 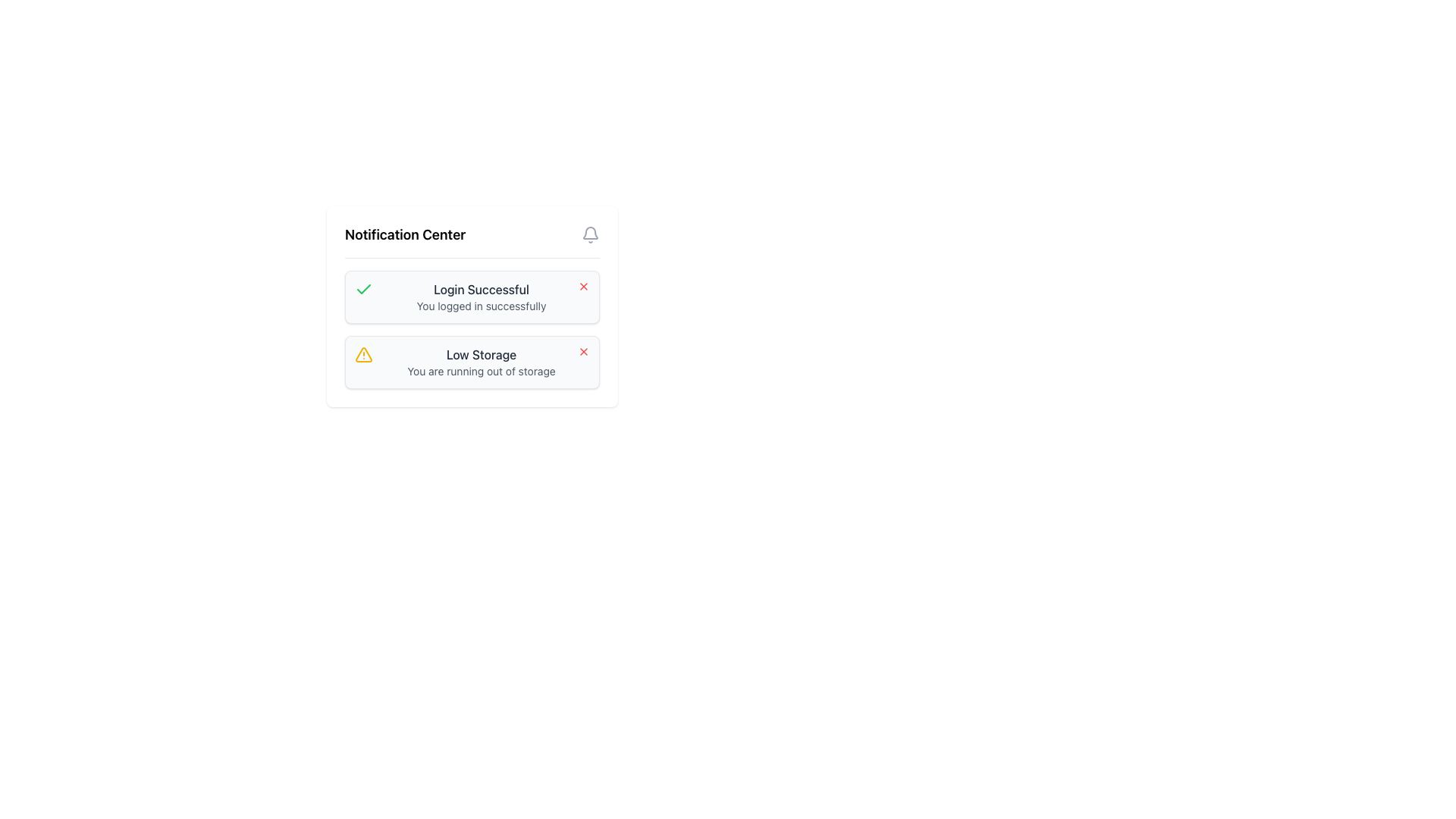 I want to click on the checkmark icon indicating confirmation or success within the 'Login Successful' notification in the notification center, so click(x=364, y=289).